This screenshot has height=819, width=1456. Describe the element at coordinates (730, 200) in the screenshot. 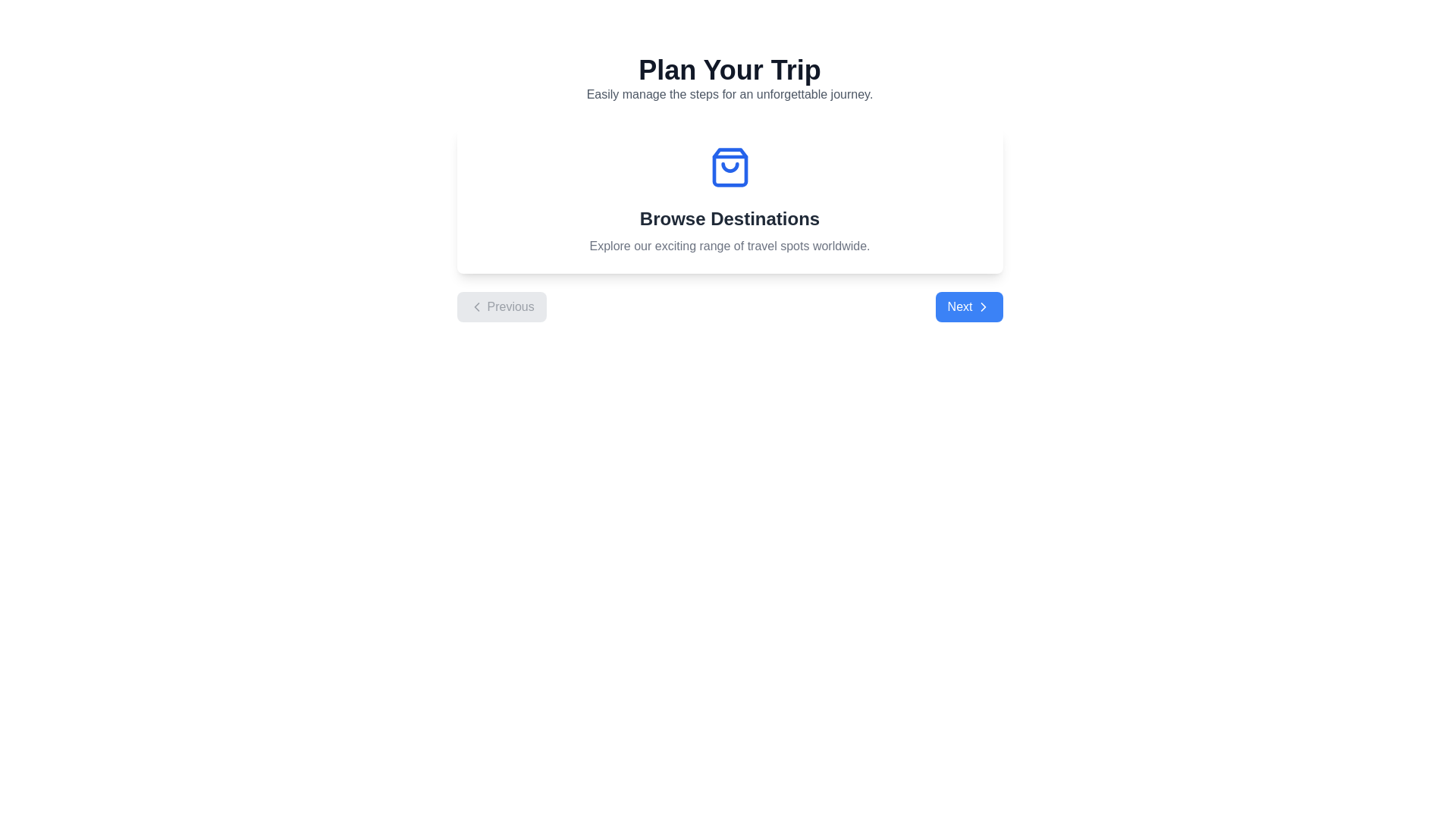

I see `the Card Component that introduces users to browsing travel destinations, located in the middle section of the page under the subtitle 'Easily manage the steps for an unforgettable journey.'` at that location.